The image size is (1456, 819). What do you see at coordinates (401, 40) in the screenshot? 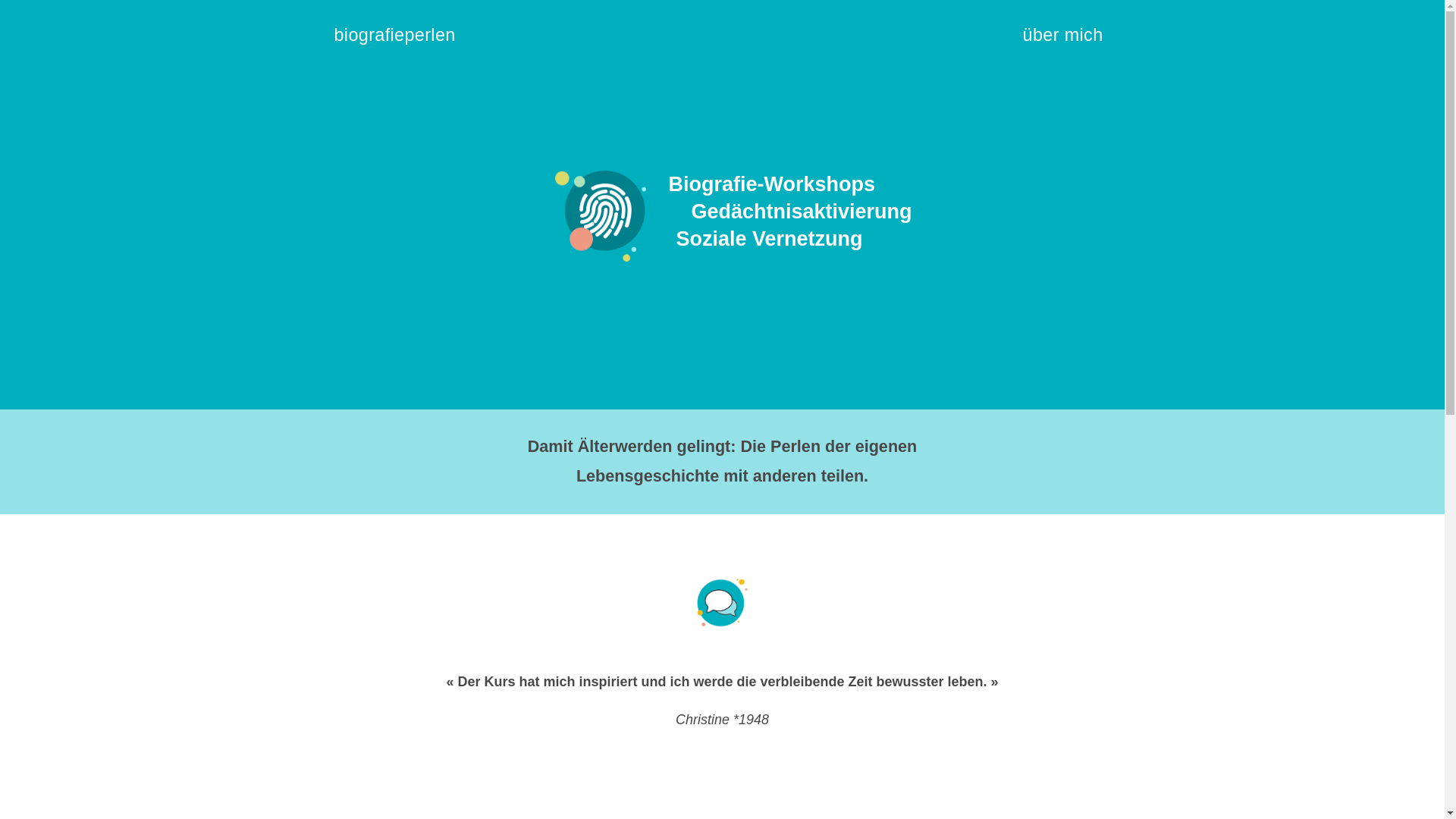
I see `'biografieperlen'` at bounding box center [401, 40].